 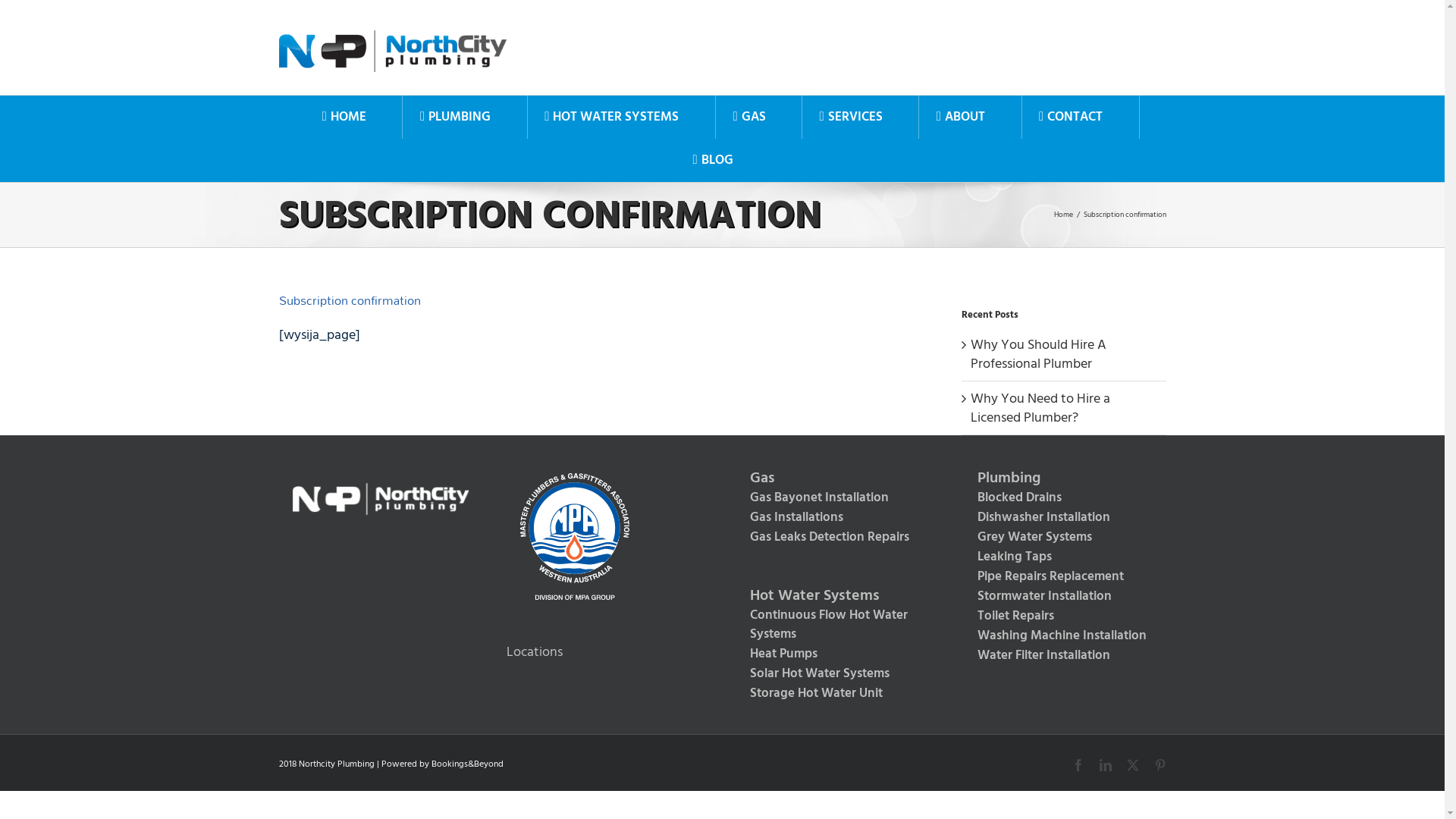 I want to click on 'Continuous Flow Hot Water Systems', so click(x=835, y=625).